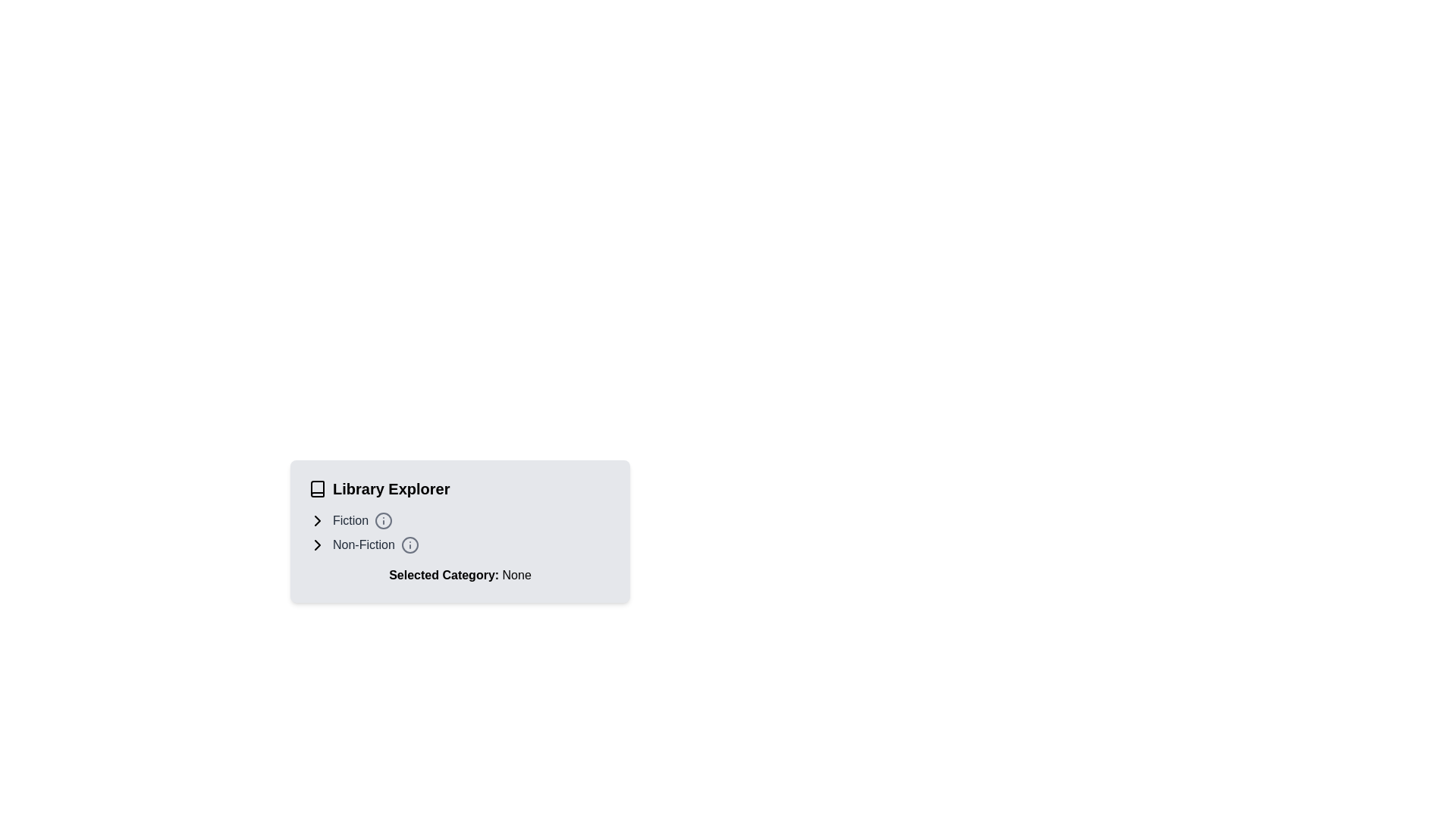 The width and height of the screenshot is (1456, 819). I want to click on the book icon located at the top-left corner of the 'Library Explorer' menu section, so click(316, 488).